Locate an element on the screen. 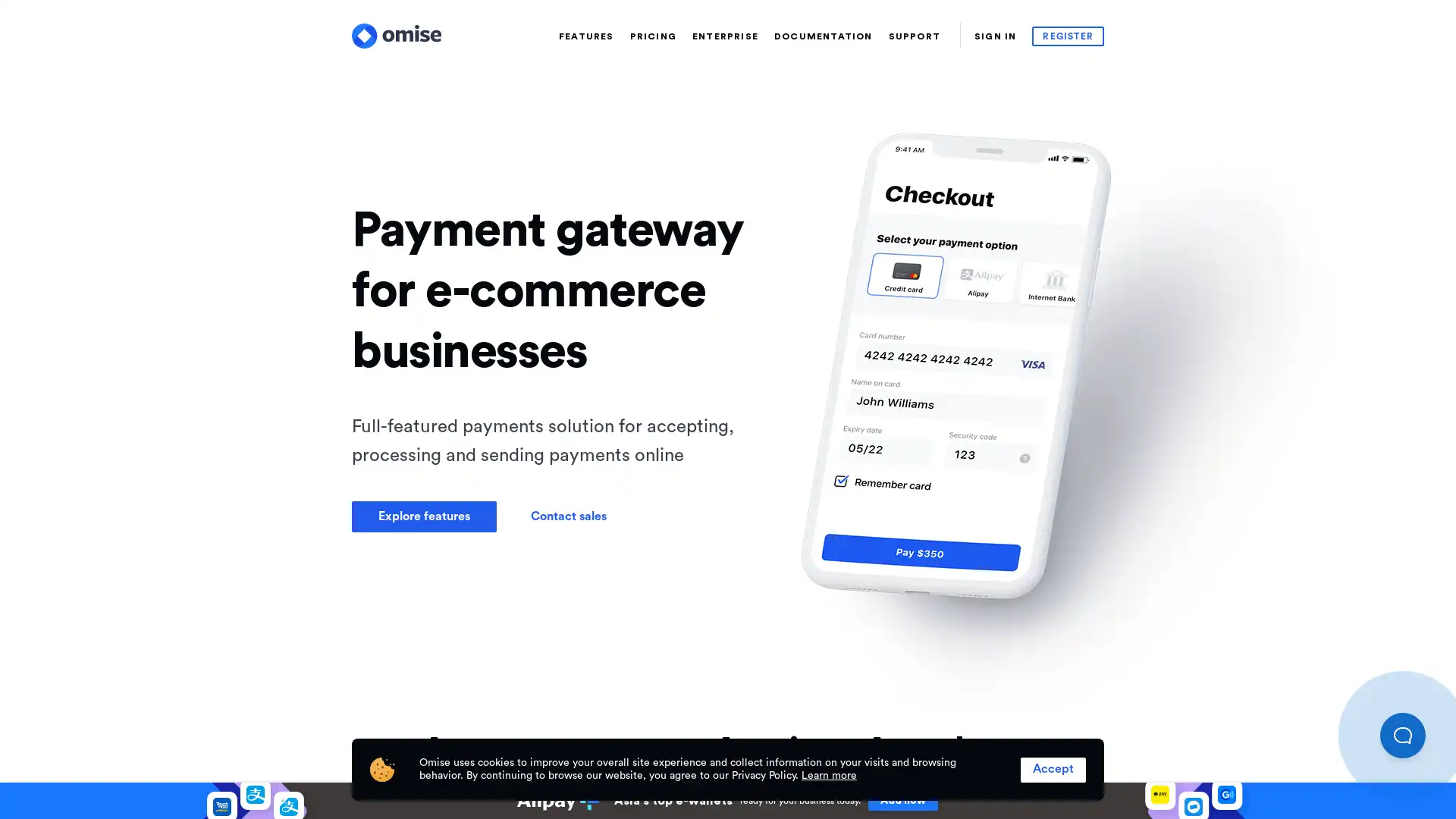 The image size is (1456, 819). Accept is located at coordinates (1052, 769).